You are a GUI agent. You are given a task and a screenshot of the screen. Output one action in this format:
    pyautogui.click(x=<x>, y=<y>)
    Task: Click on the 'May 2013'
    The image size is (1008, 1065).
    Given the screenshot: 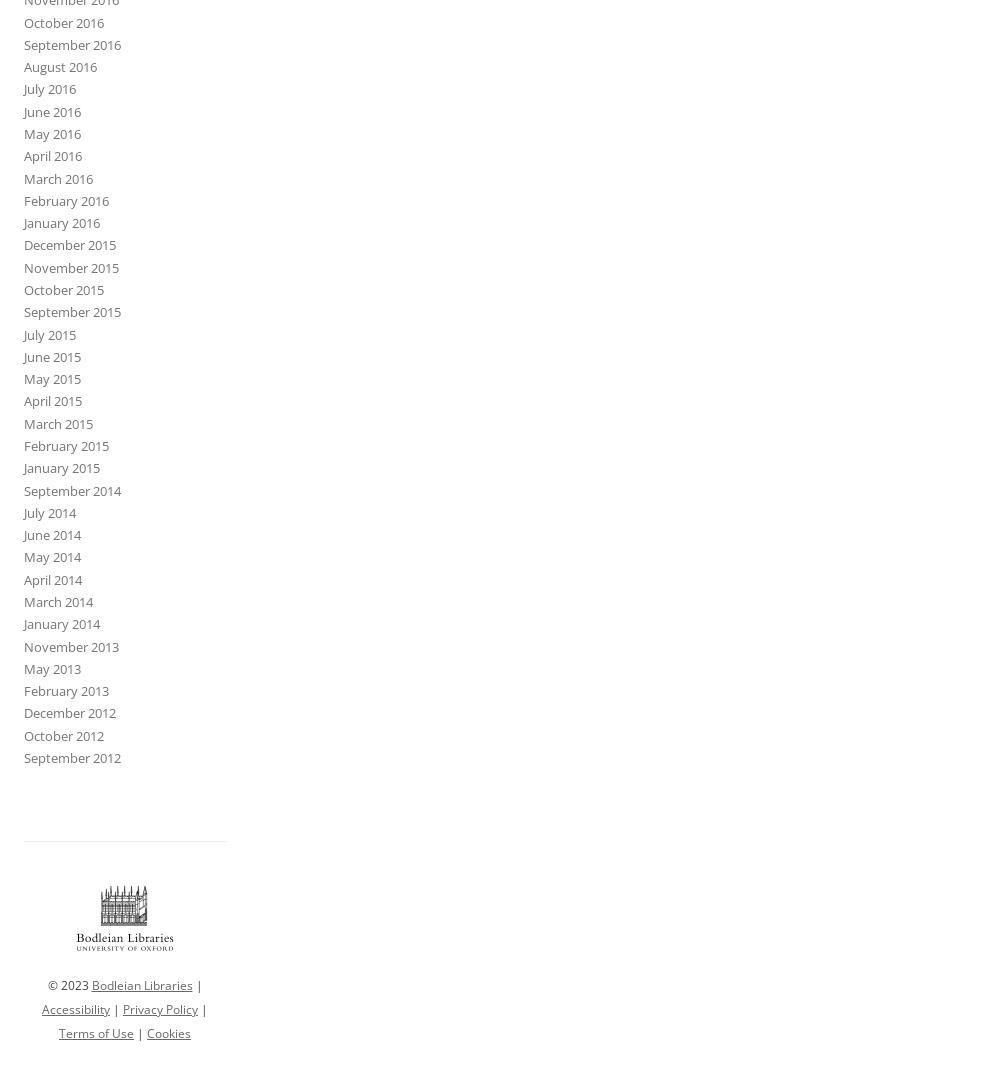 What is the action you would take?
    pyautogui.click(x=52, y=667)
    